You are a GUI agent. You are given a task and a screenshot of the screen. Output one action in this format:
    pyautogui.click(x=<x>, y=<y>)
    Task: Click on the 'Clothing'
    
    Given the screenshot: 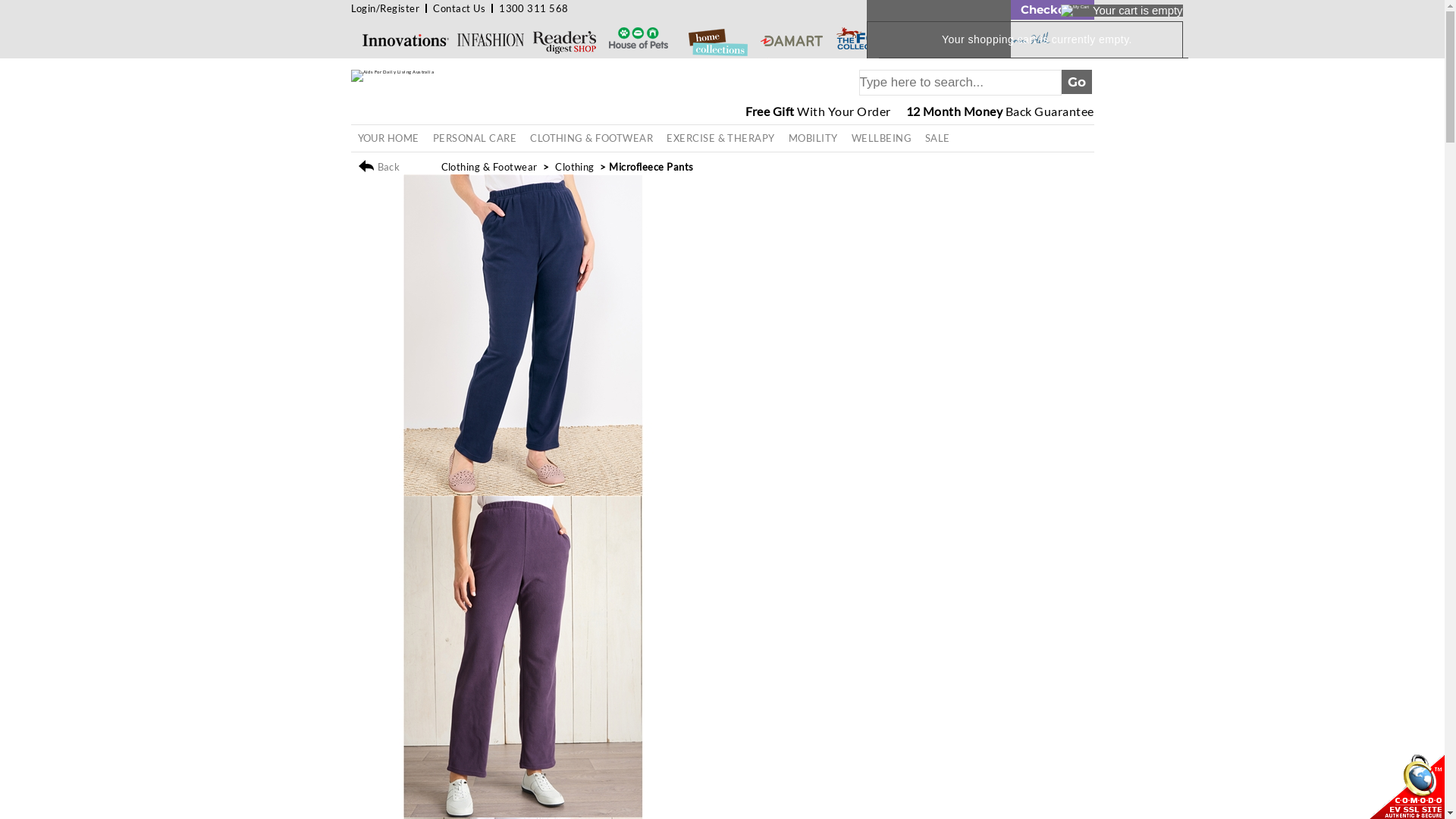 What is the action you would take?
    pyautogui.click(x=574, y=166)
    